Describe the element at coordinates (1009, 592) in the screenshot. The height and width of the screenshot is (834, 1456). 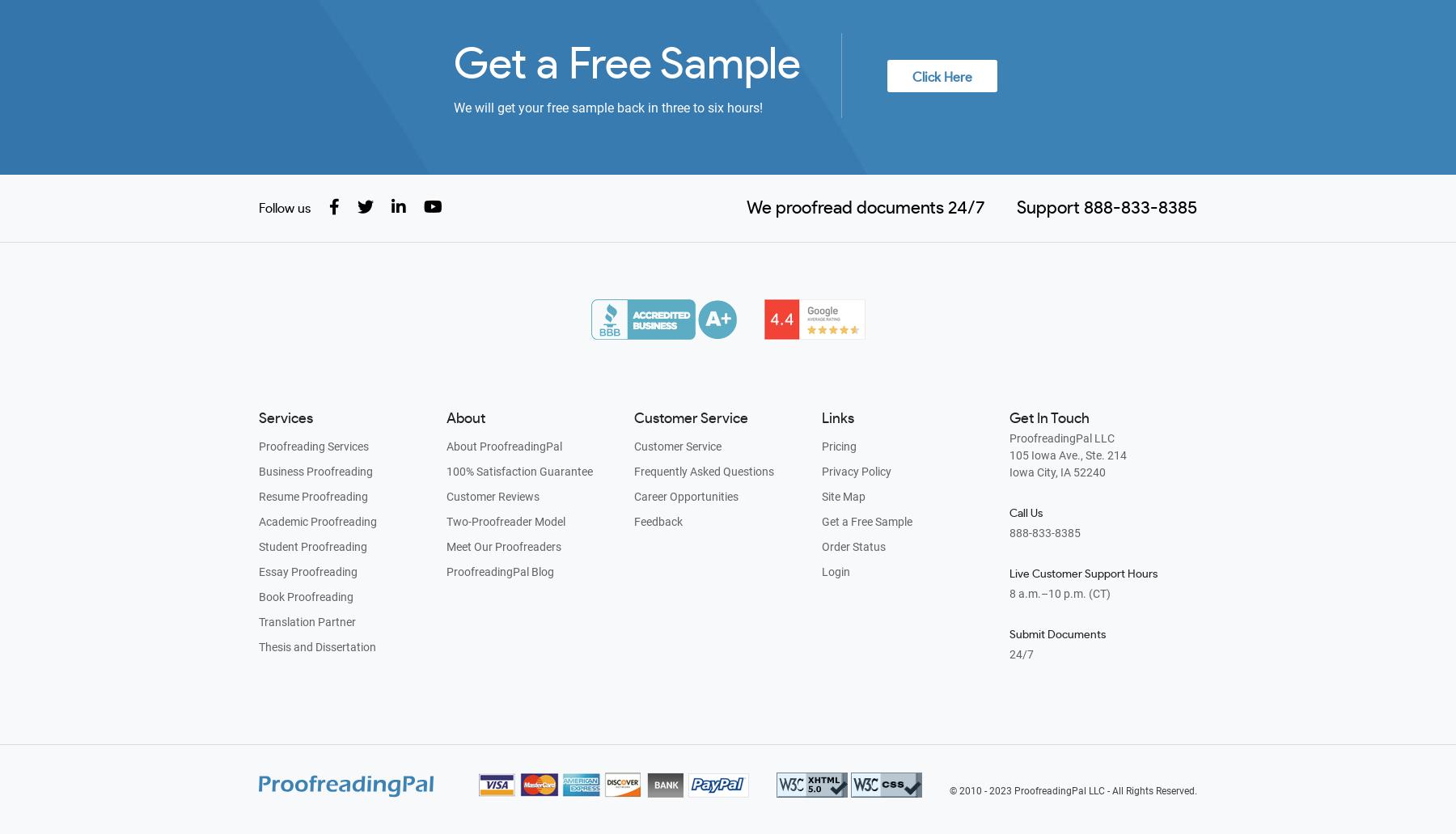
I see `'8 a.m.–10 p.m. (CT)'` at that location.